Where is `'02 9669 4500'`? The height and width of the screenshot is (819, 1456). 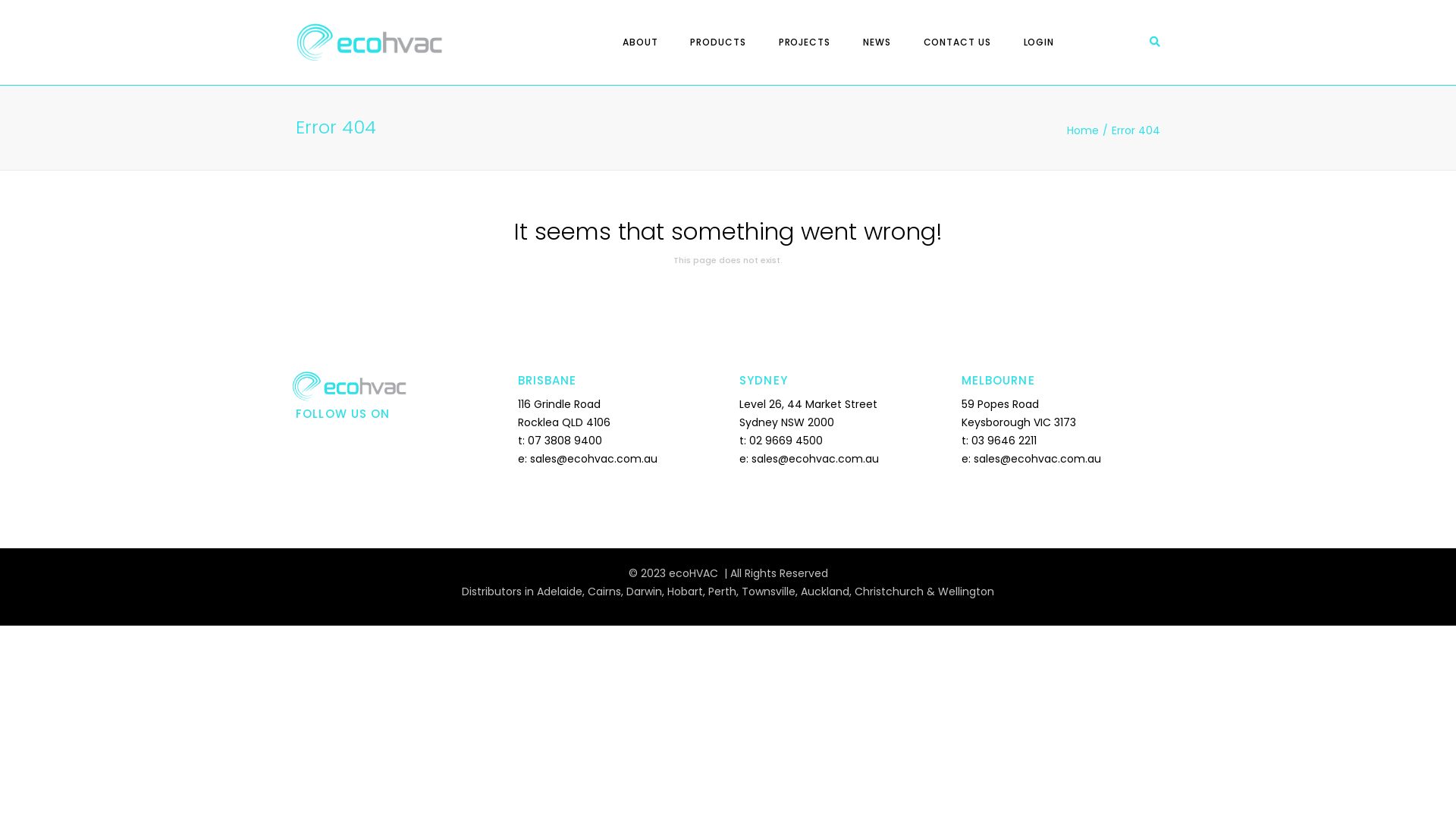
'02 9669 4500' is located at coordinates (786, 441).